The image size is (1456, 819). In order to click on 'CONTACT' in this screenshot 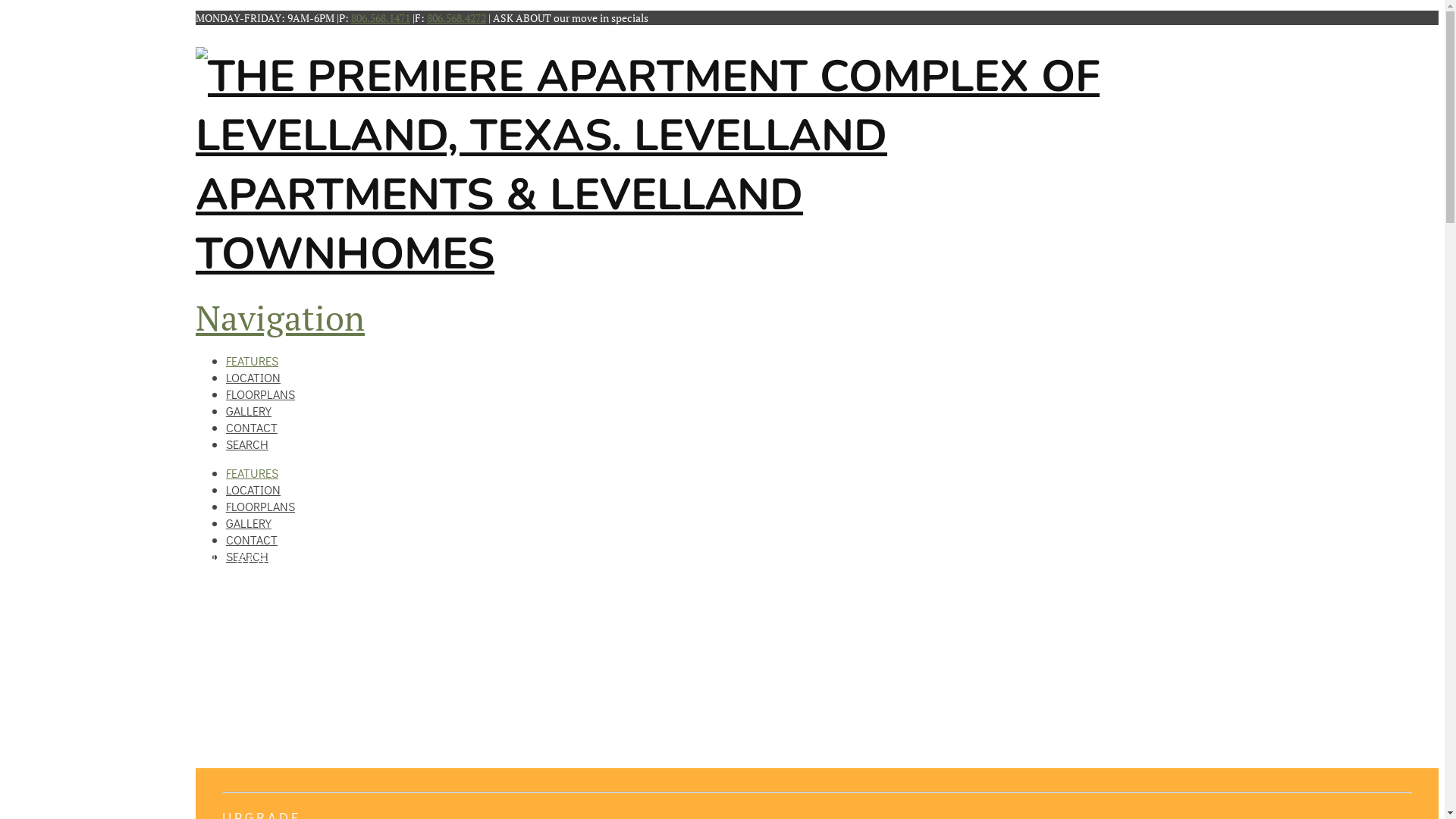, I will do `click(251, 538)`.